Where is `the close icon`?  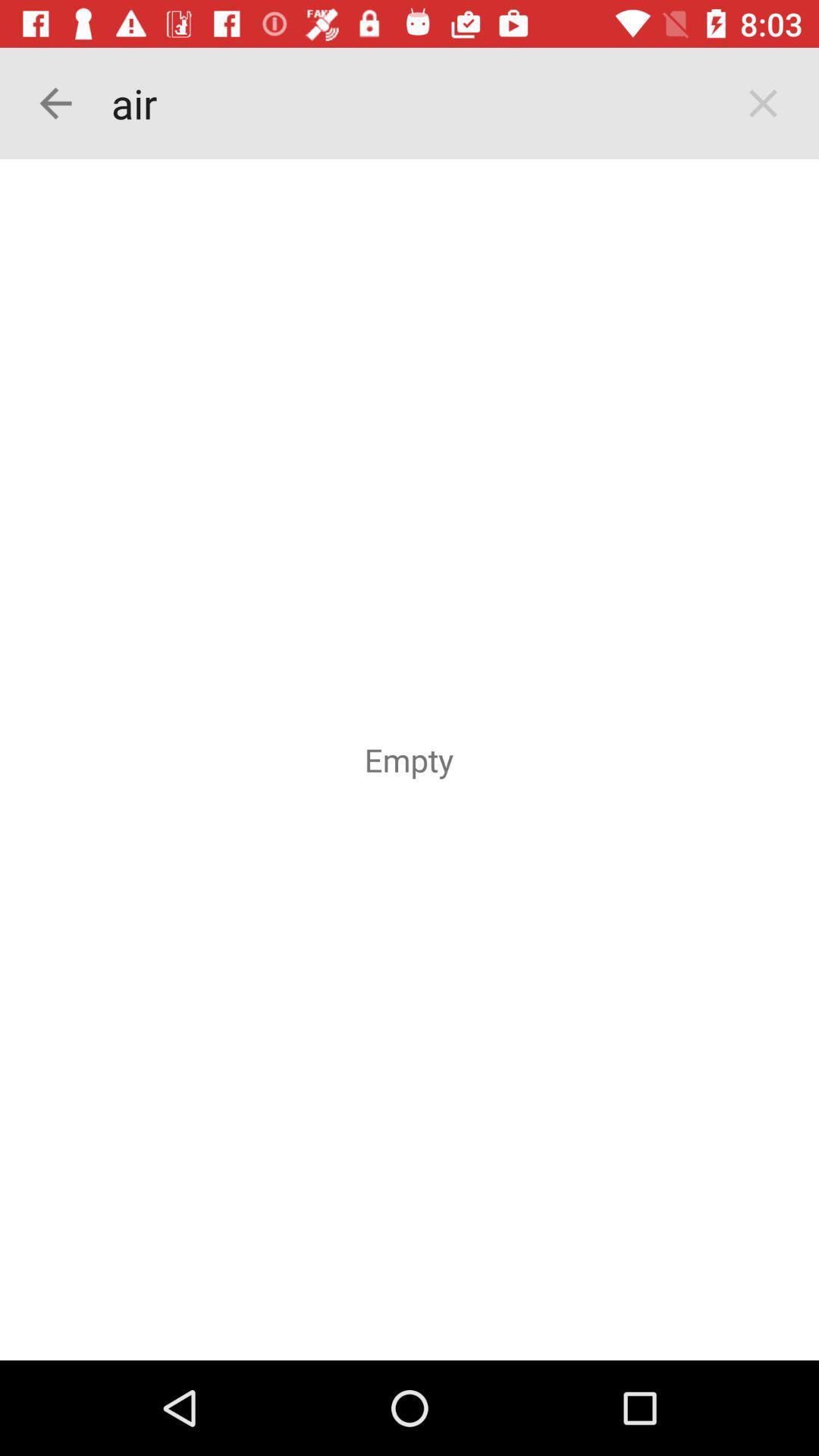
the close icon is located at coordinates (763, 102).